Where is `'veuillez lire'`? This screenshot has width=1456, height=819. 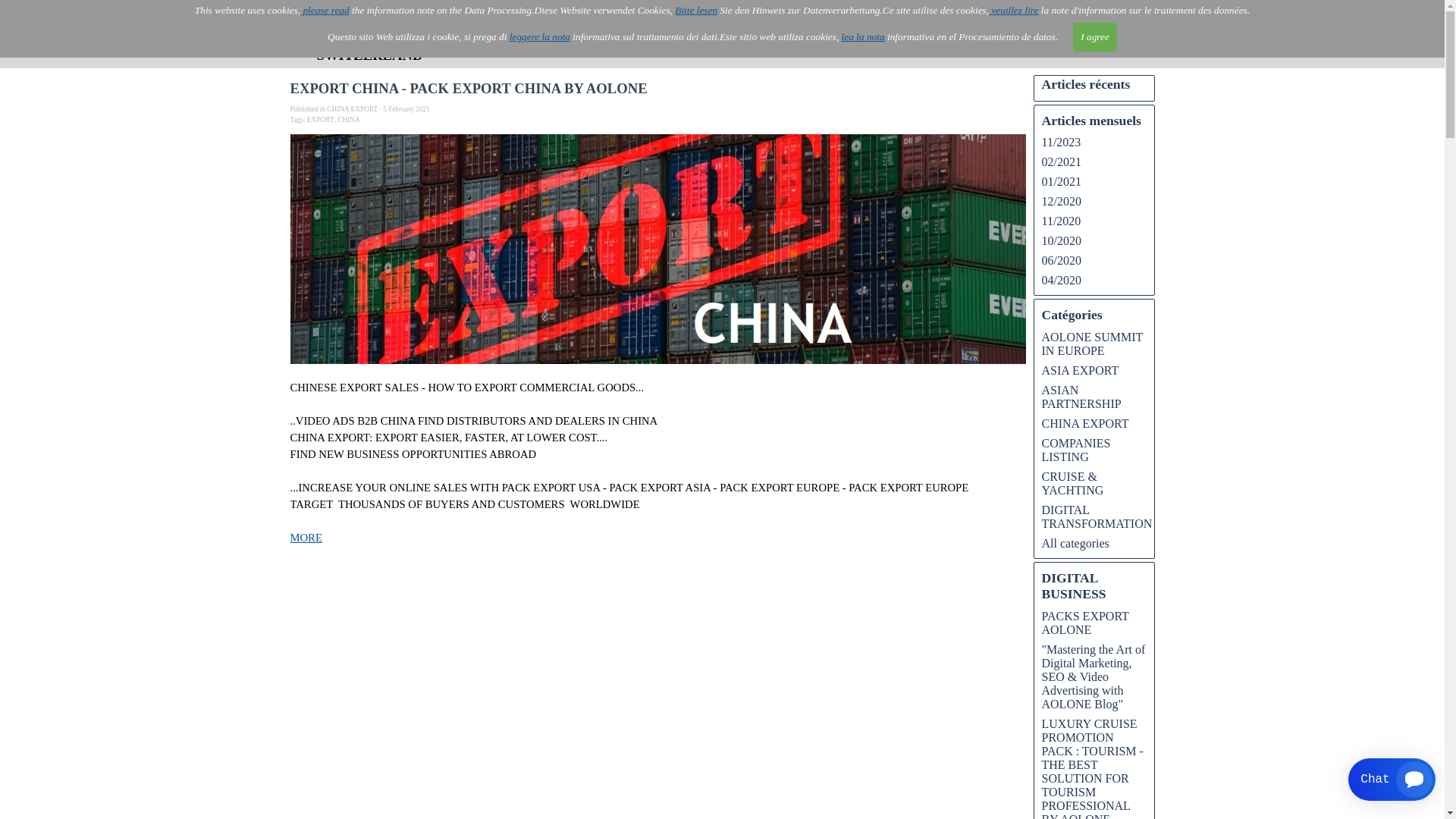
'veuillez lire' is located at coordinates (1013, 10).